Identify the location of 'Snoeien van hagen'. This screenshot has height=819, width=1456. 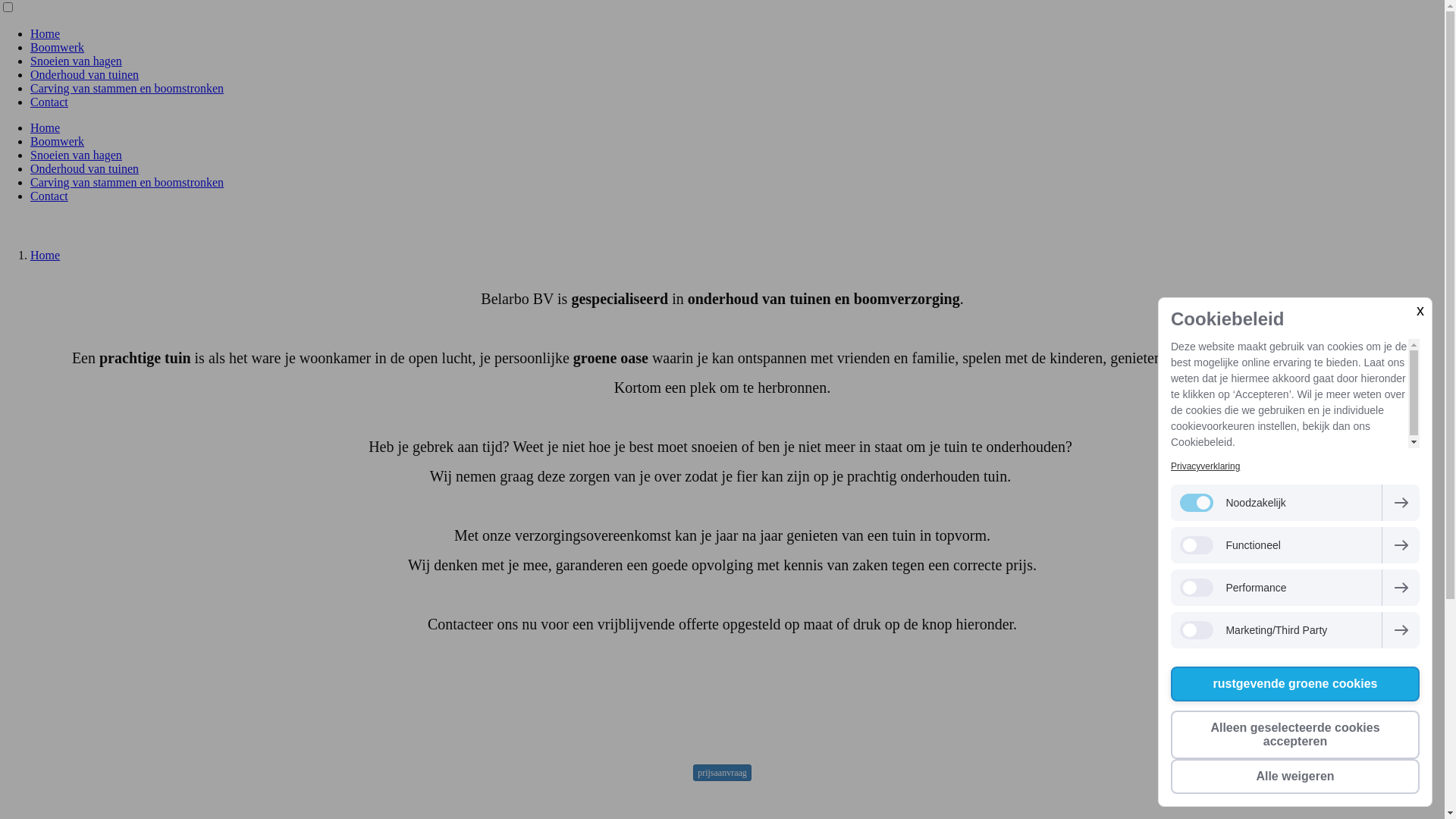
(75, 60).